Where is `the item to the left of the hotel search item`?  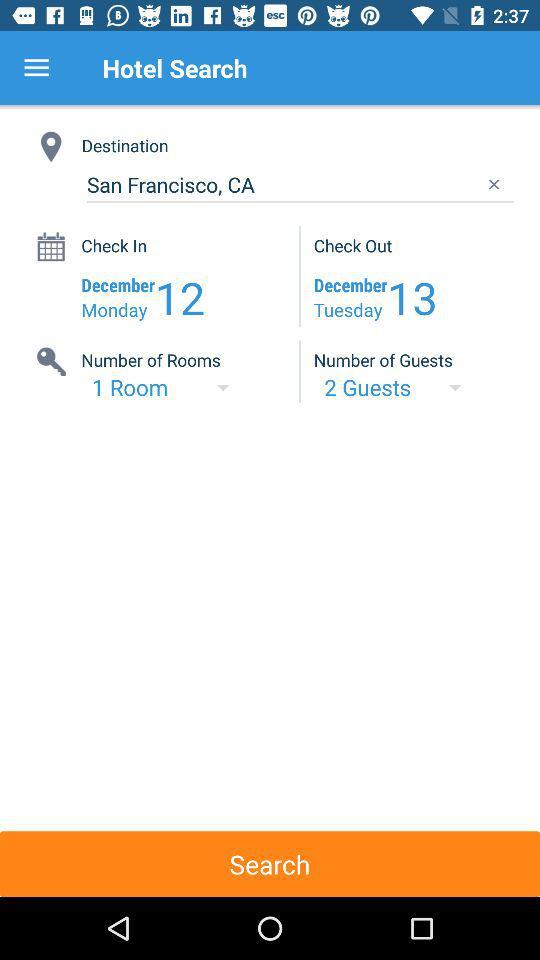 the item to the left of the hotel search item is located at coordinates (36, 68).